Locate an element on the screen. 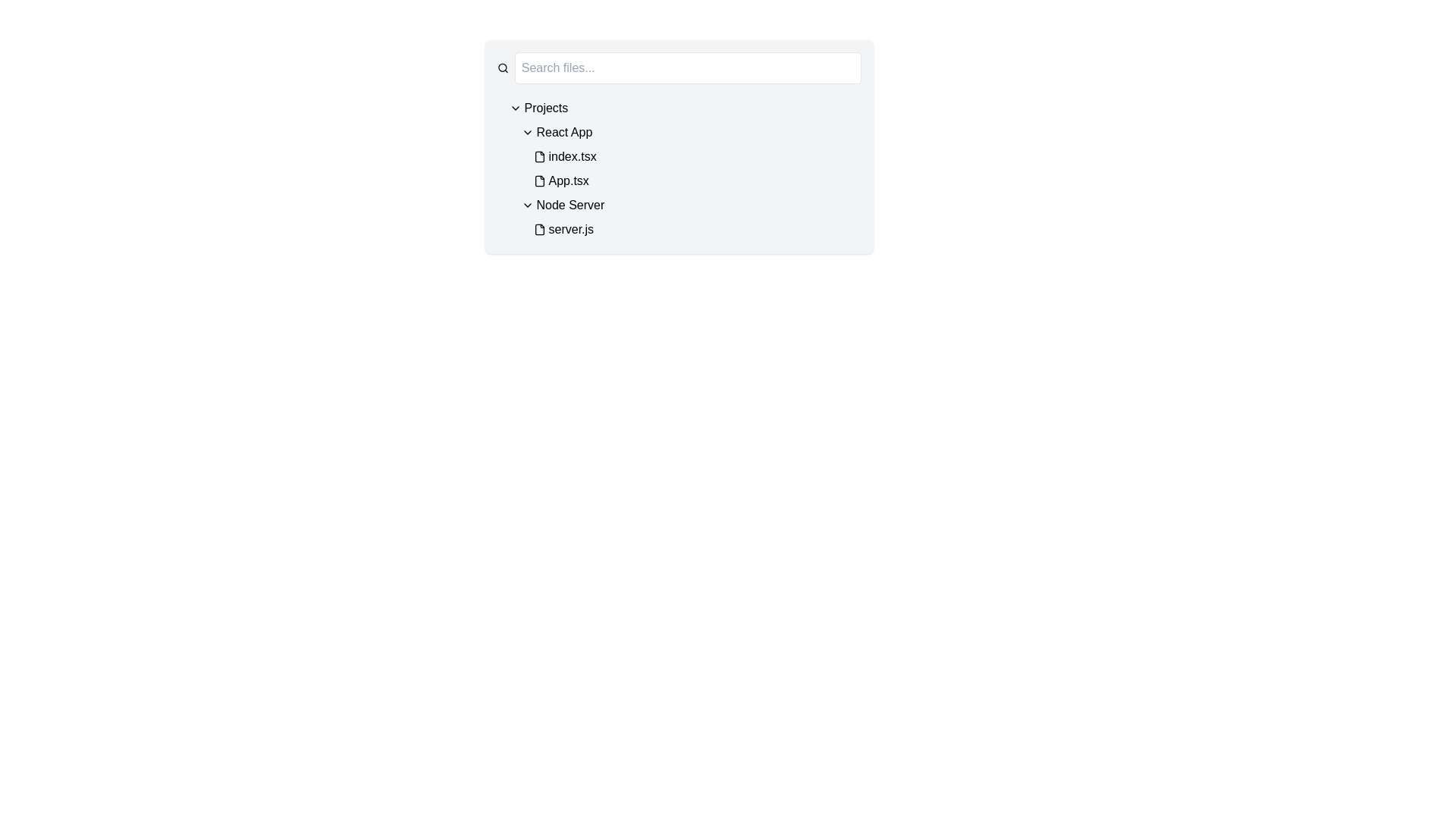  the Decorative vector icon that represents the 'Node Server' in the file tree, which is located directly to the left of the text 'Node Server' is located at coordinates (539, 230).